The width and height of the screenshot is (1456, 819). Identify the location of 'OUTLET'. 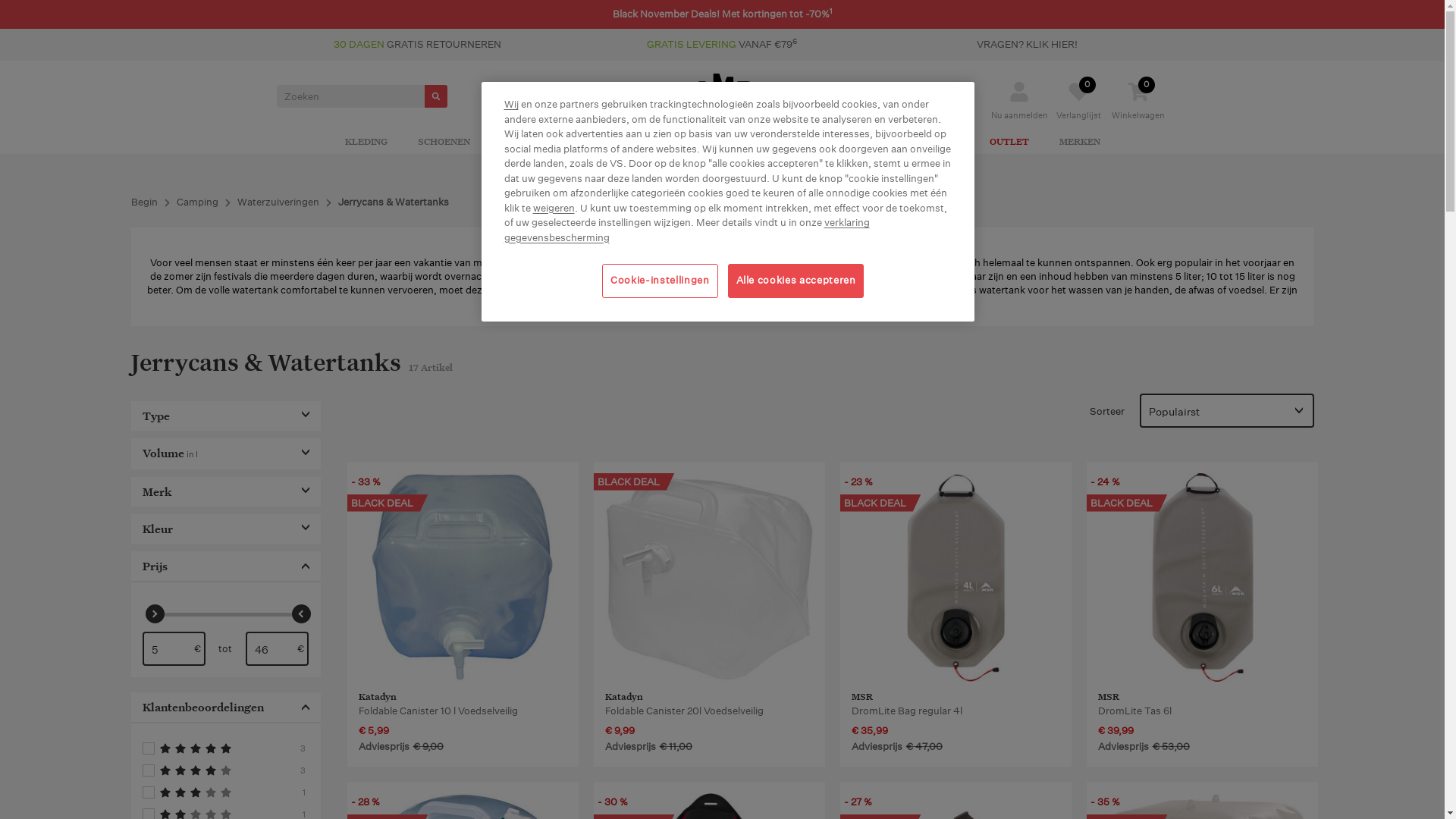
(1008, 143).